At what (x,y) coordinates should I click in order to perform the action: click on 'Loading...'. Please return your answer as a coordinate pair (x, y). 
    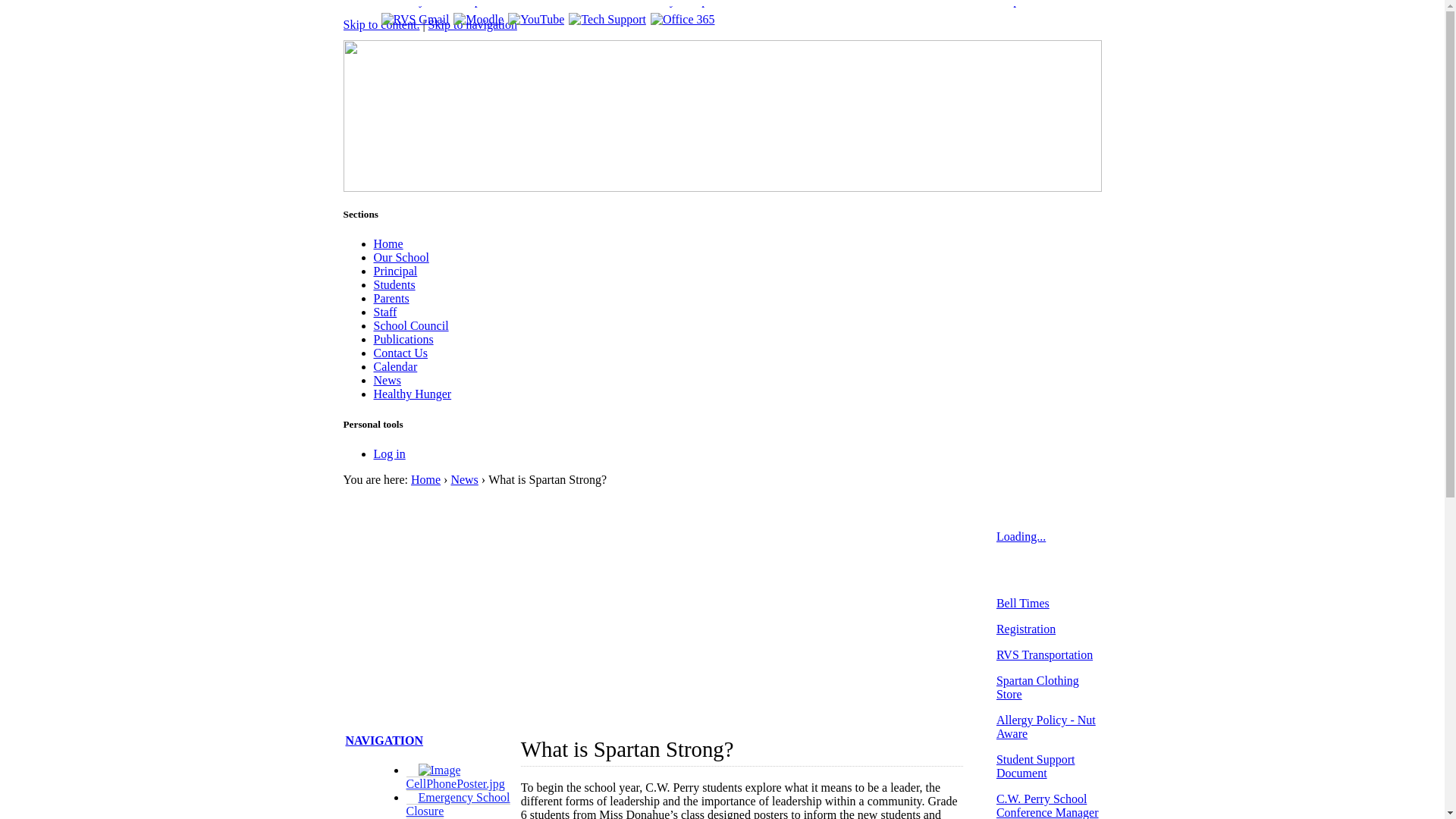
    Looking at the image, I should click on (1021, 535).